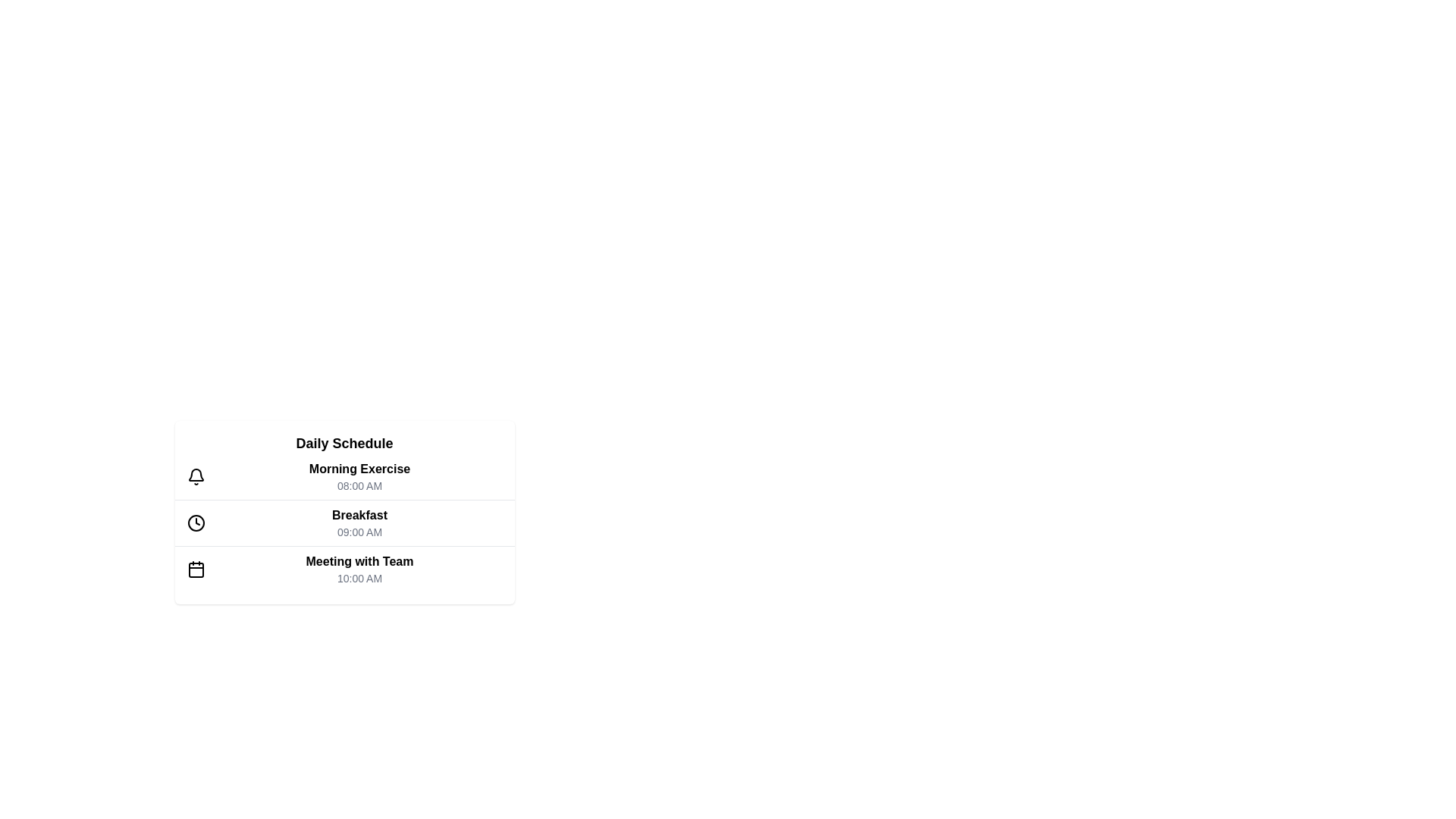 The width and height of the screenshot is (1456, 819). I want to click on details of the schedule entry for the event titled 'Breakfast' scheduled at '09:00 AM', which is the second item in a vertical list of events, so click(344, 522).